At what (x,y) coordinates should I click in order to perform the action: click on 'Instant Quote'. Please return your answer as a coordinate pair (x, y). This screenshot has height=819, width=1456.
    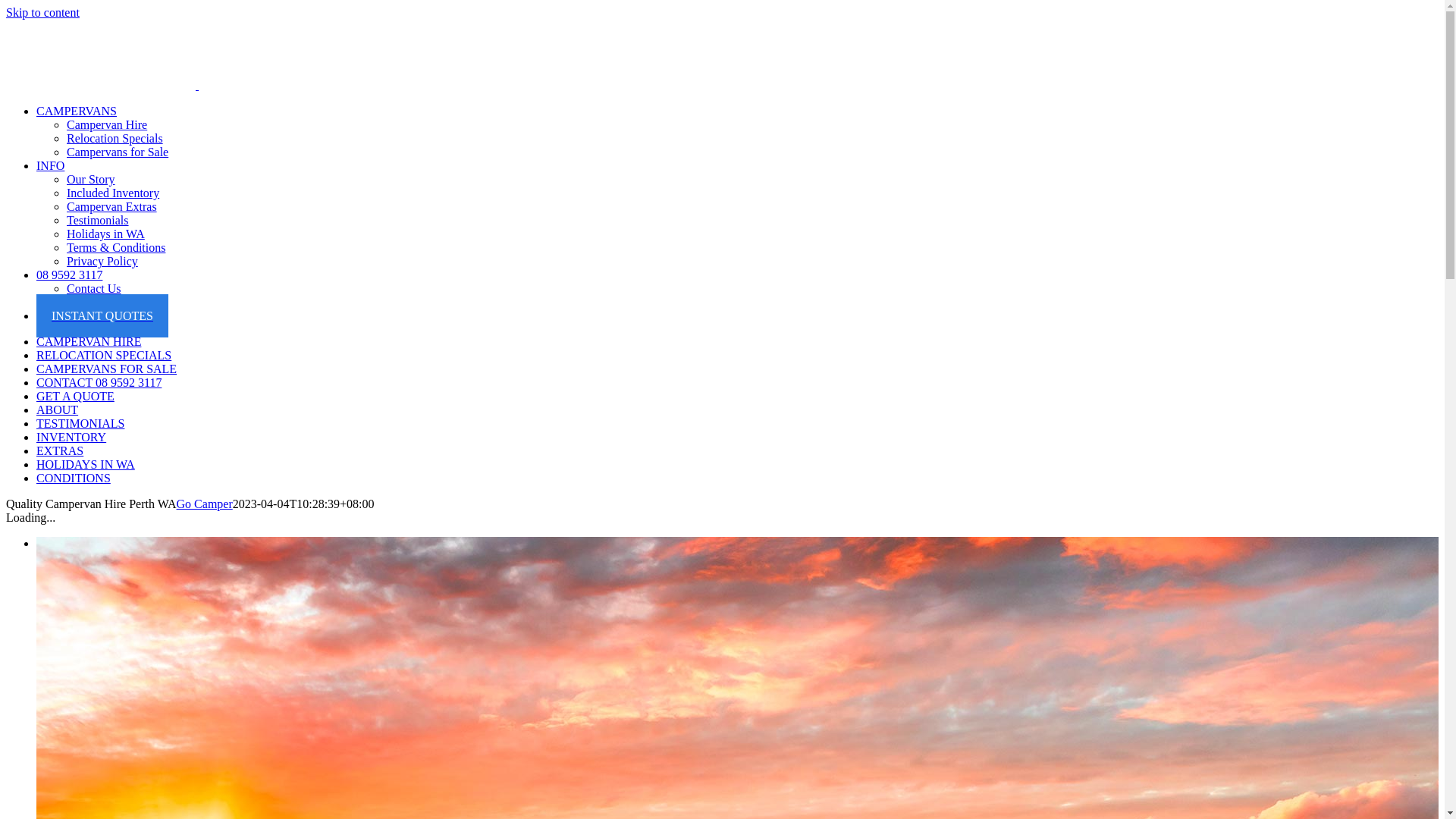
    Looking at the image, I should click on (65, 302).